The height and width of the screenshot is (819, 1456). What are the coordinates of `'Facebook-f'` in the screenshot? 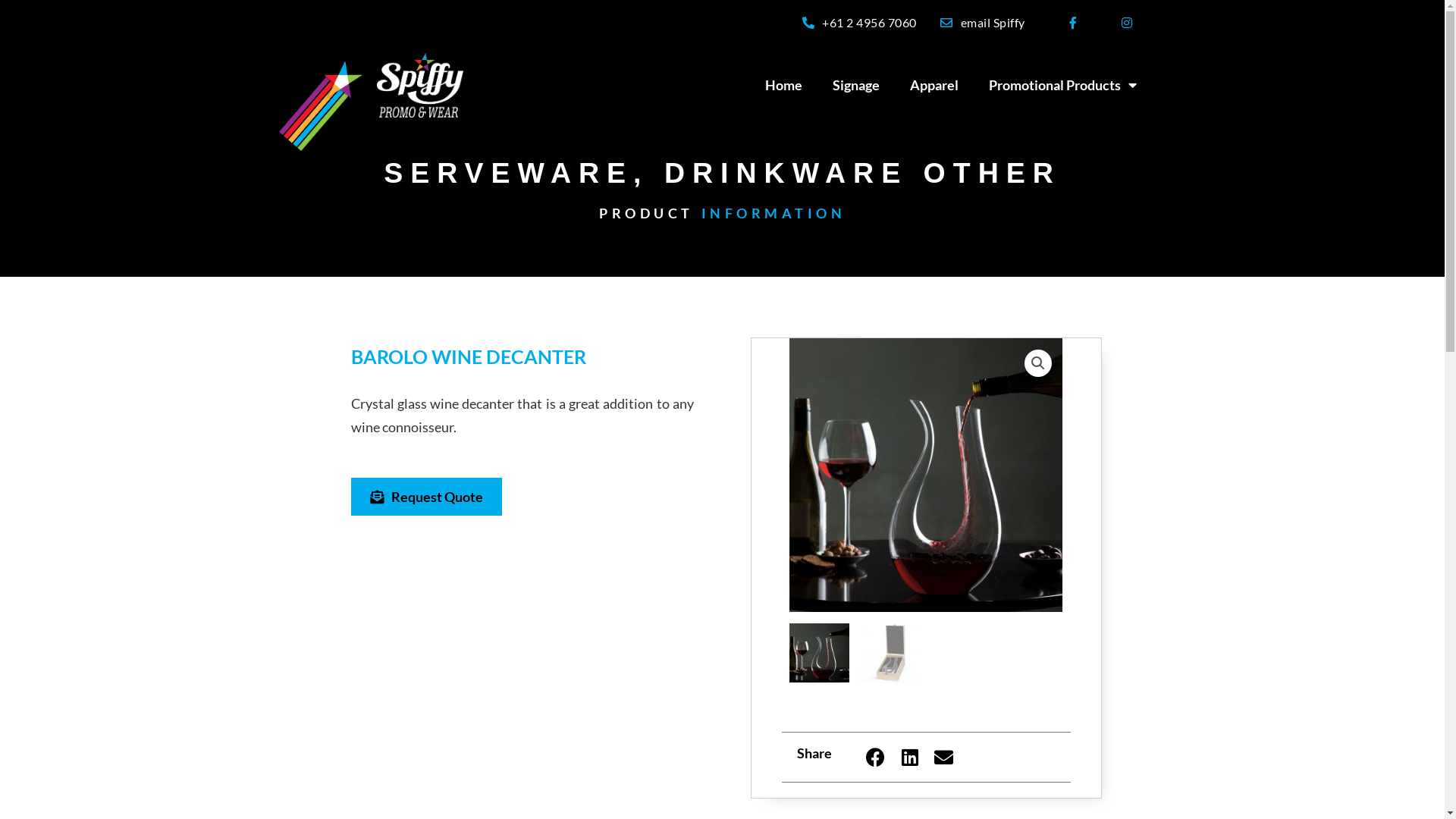 It's located at (1072, 22).